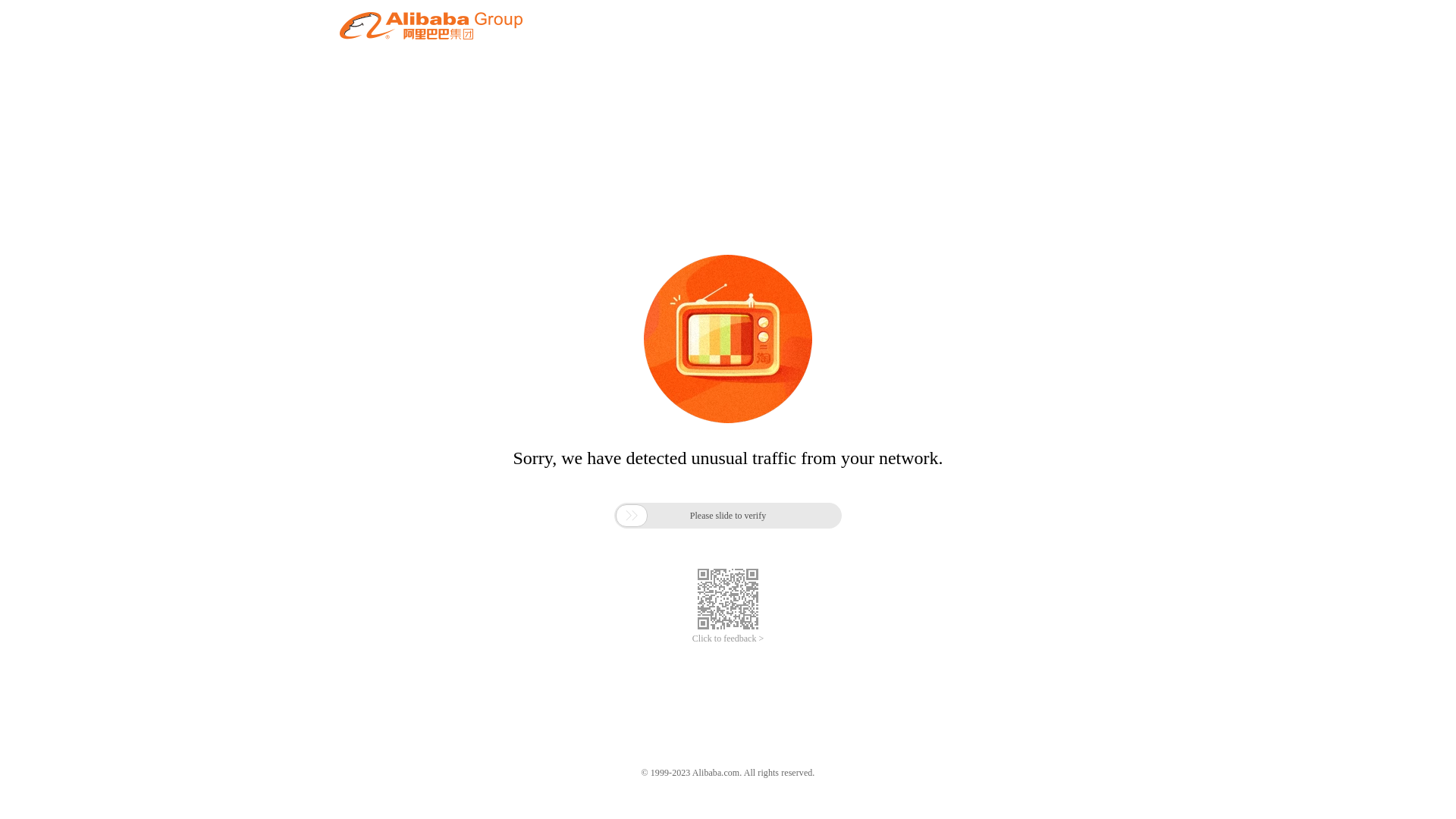 The width and height of the screenshot is (1456, 819). I want to click on 'Click to feedback >', so click(691, 639).